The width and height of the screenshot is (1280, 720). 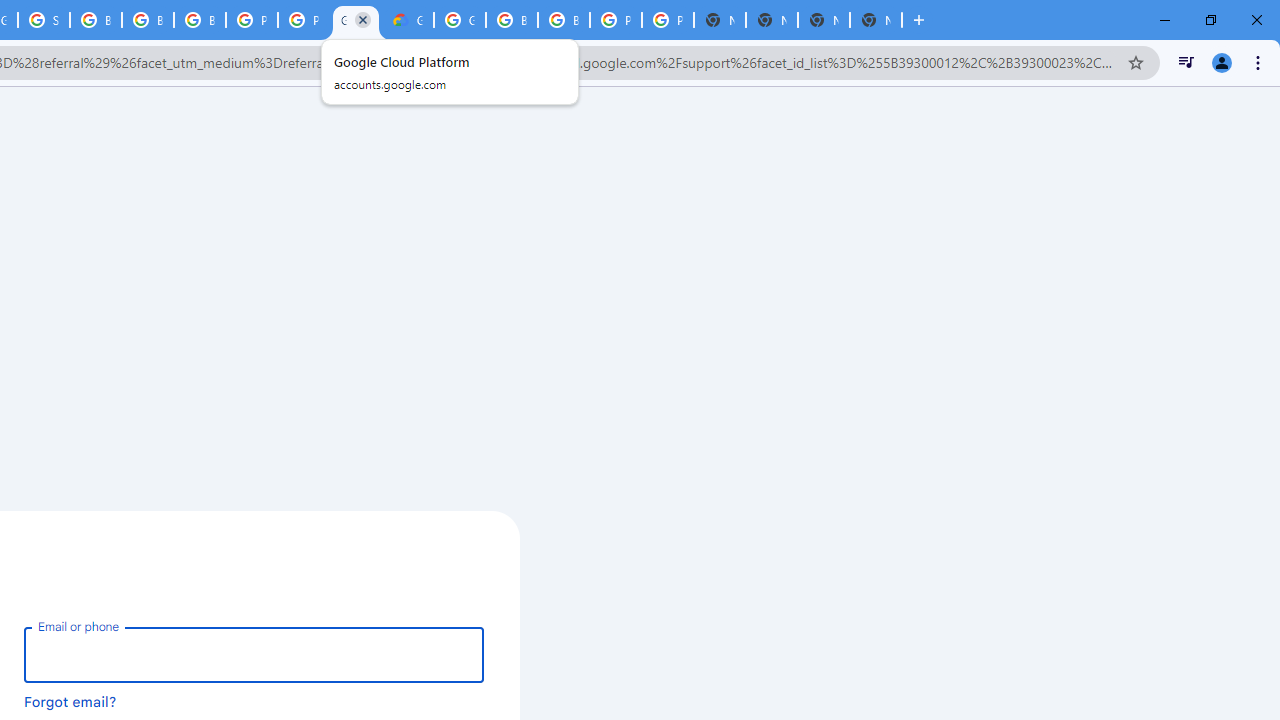 What do you see at coordinates (876, 20) in the screenshot?
I see `'New Tab'` at bounding box center [876, 20].